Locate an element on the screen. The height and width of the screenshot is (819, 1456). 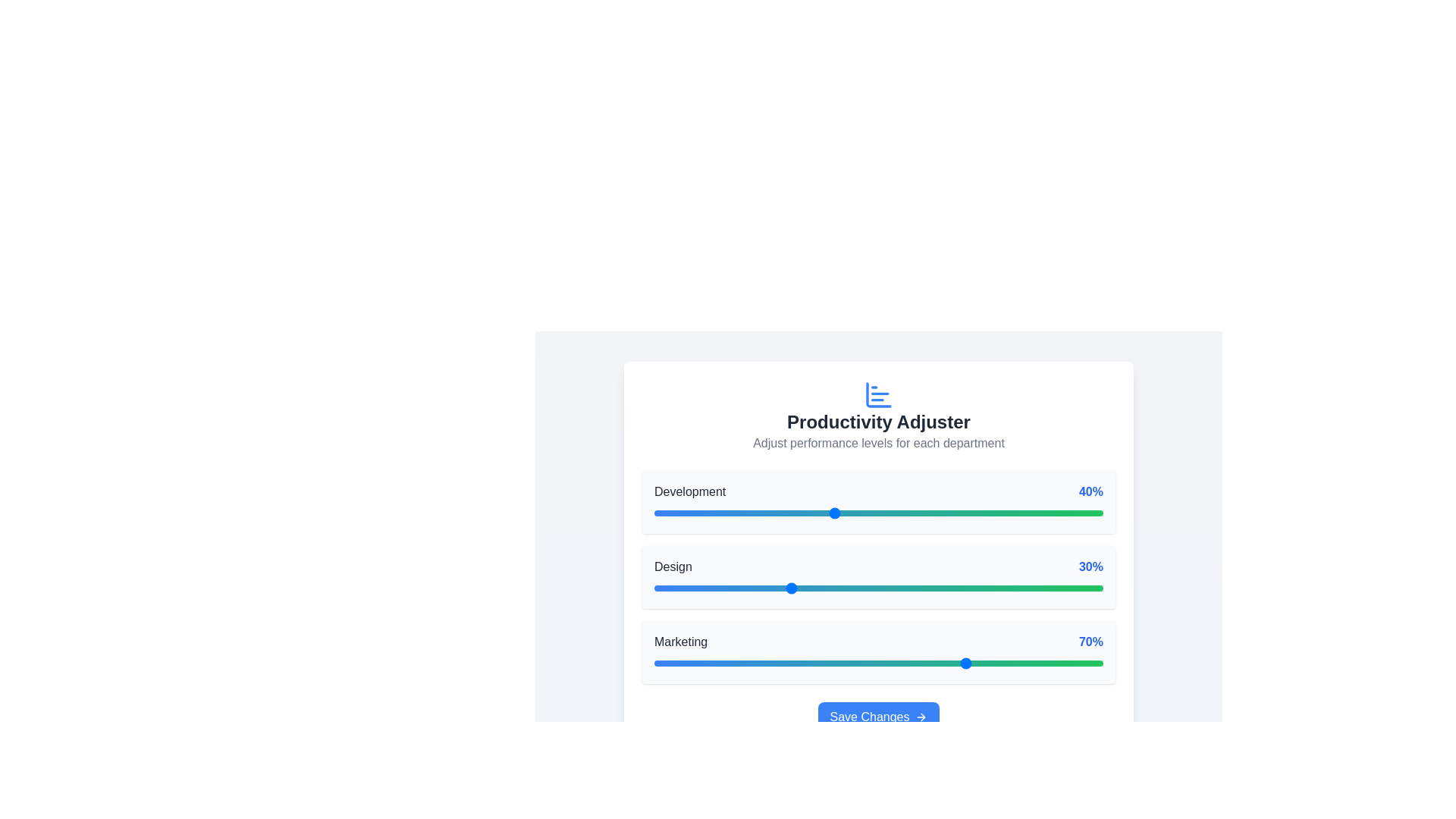
the slider value is located at coordinates (852, 663).